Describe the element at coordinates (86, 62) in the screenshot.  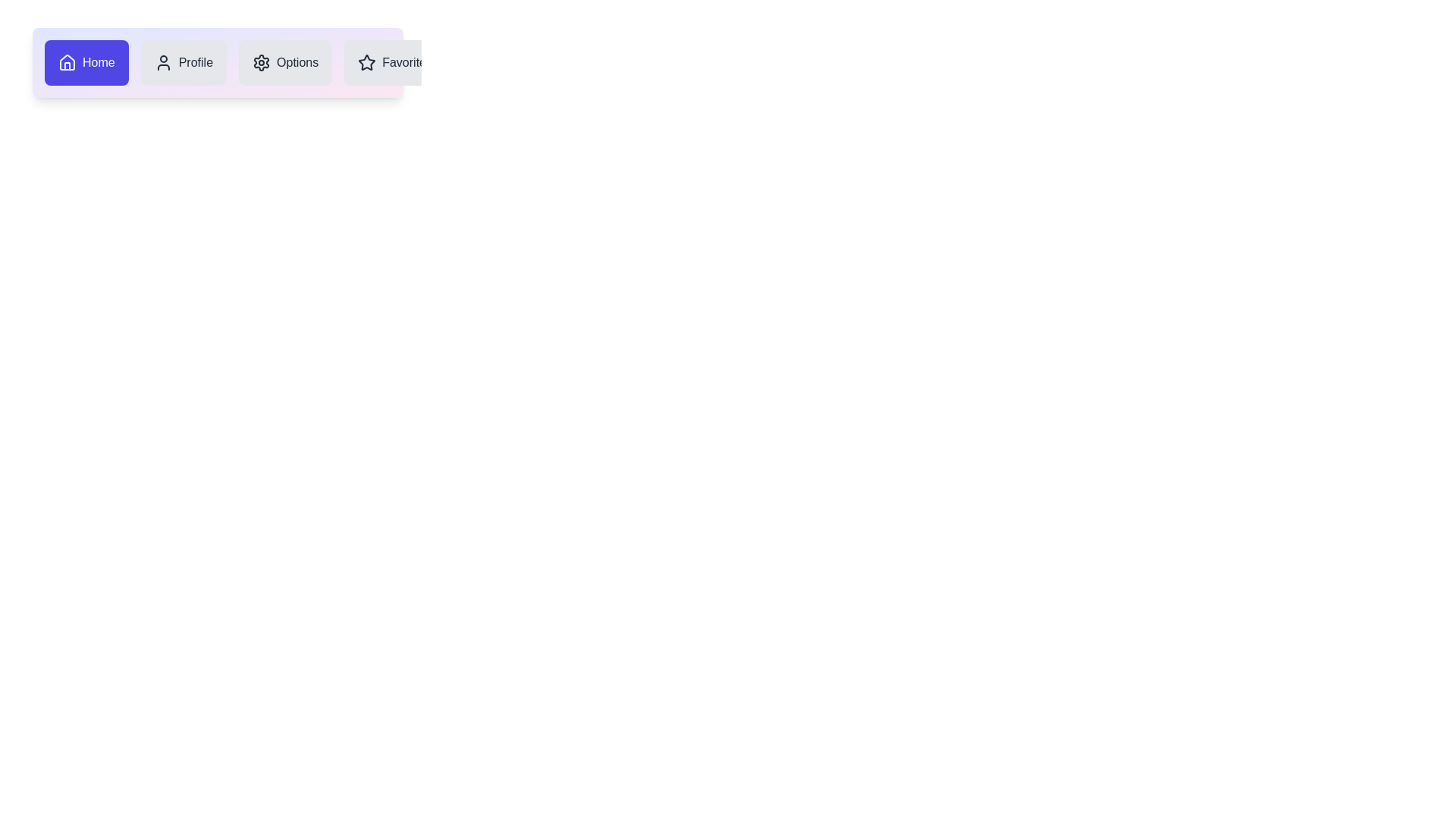
I see `the navigation item Home from the navigation bar` at that location.